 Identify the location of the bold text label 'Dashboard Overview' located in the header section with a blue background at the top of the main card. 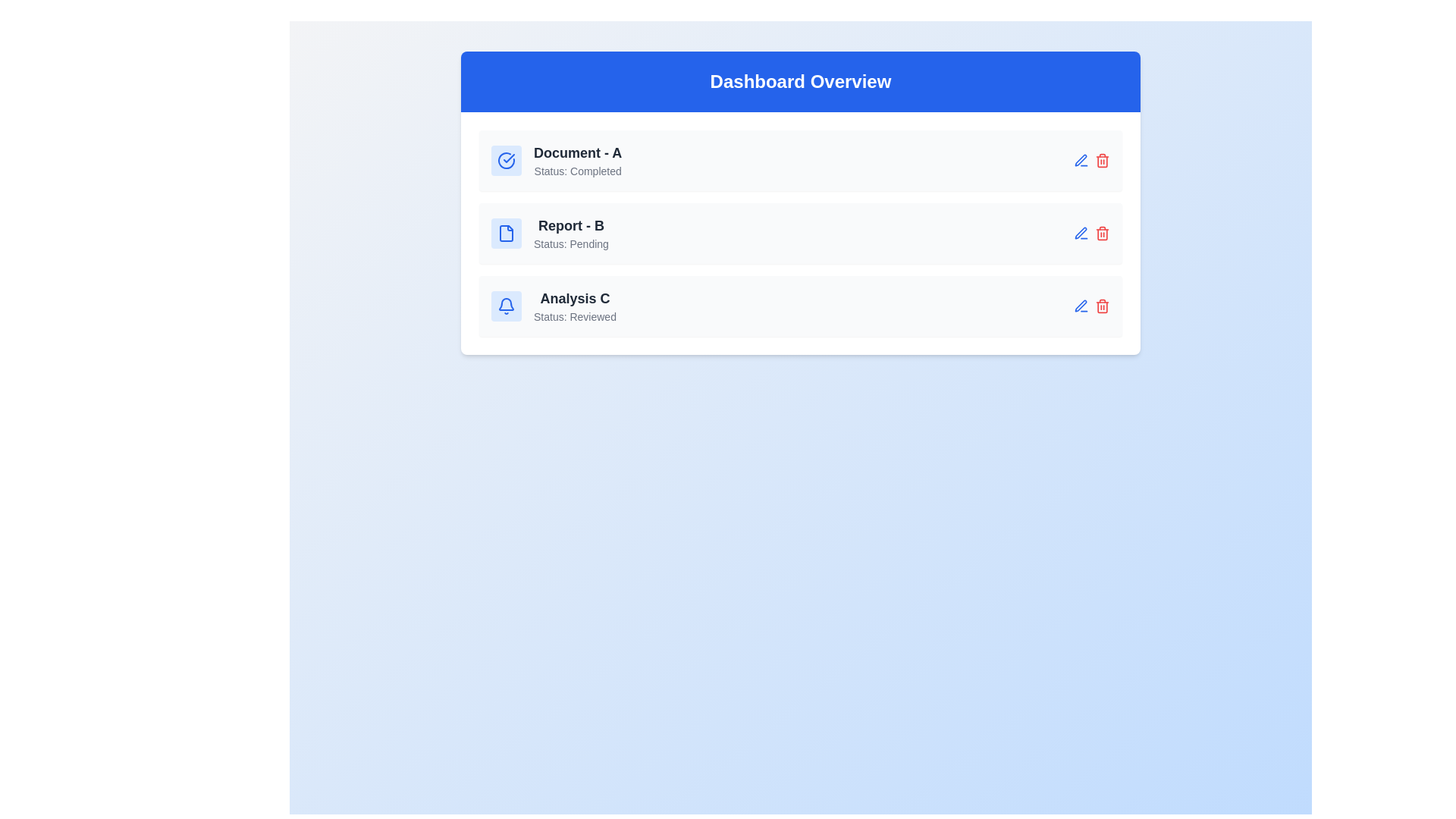
(800, 82).